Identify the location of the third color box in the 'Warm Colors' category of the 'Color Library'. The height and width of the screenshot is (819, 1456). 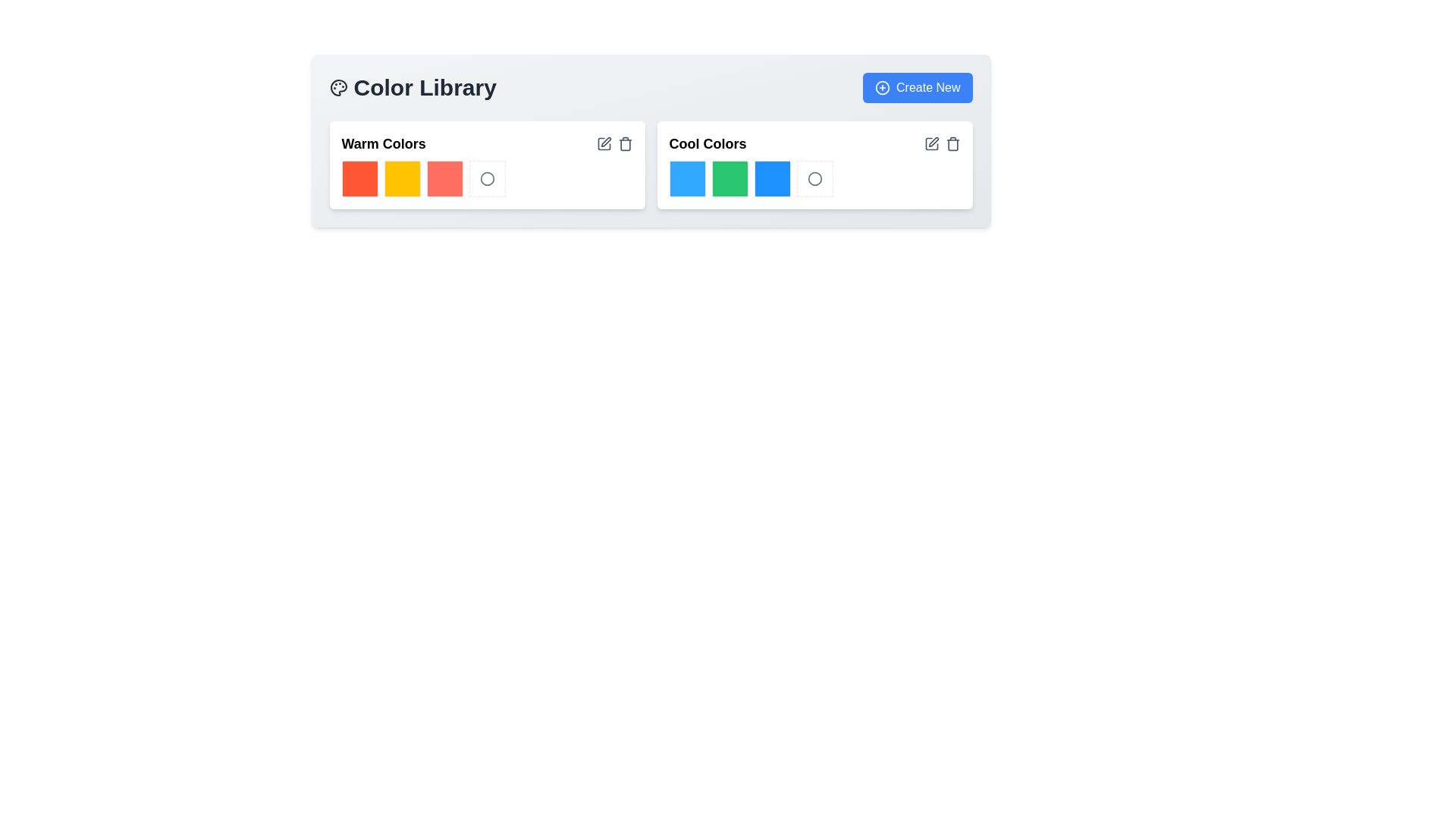
(444, 177).